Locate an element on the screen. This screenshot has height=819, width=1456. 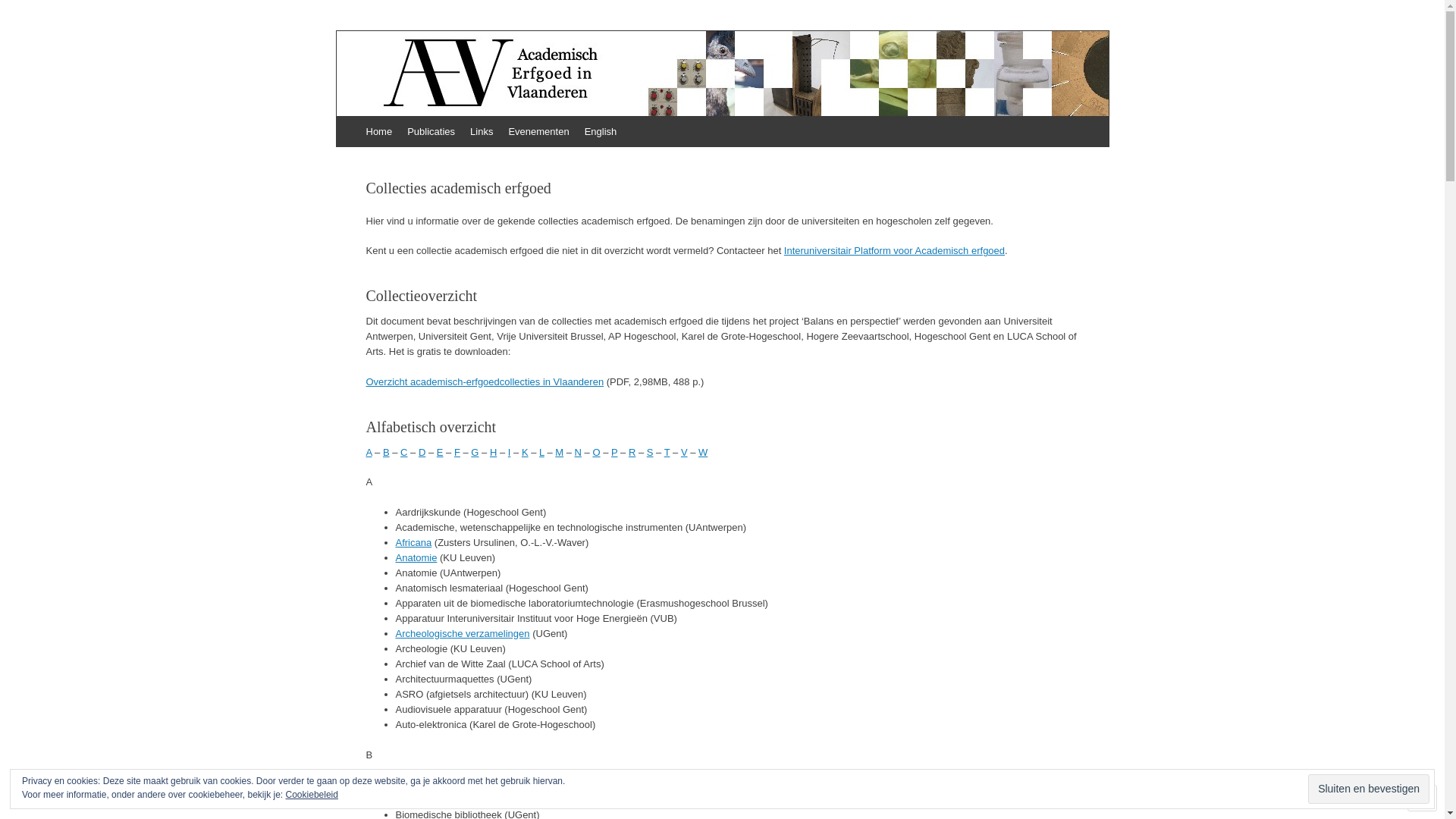
'S' is located at coordinates (650, 450).